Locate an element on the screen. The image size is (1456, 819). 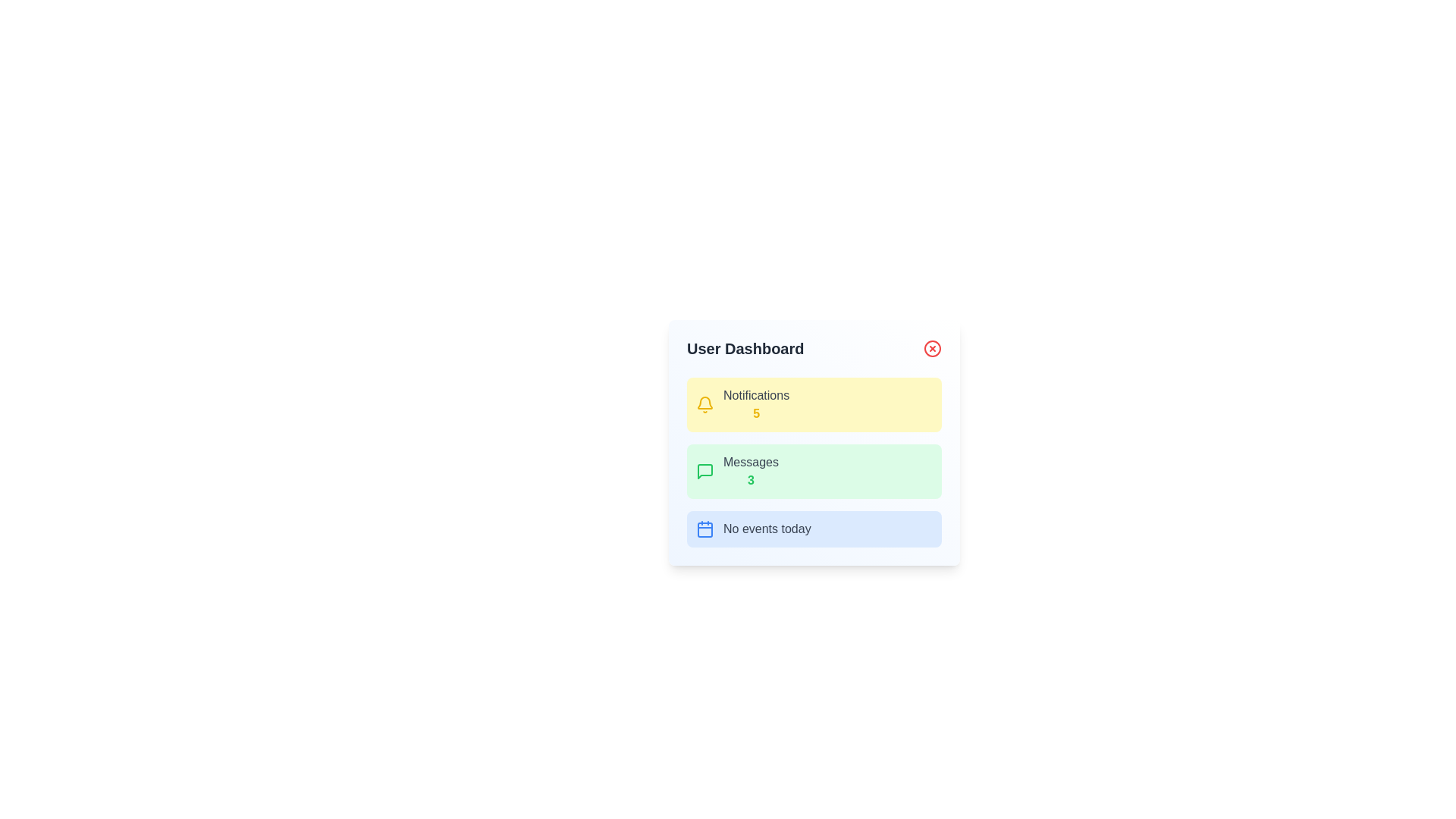
the bold, green-colored number '3' located at the bottom-right side of the green-highlighted section labeled 'Messages' is located at coordinates (751, 480).